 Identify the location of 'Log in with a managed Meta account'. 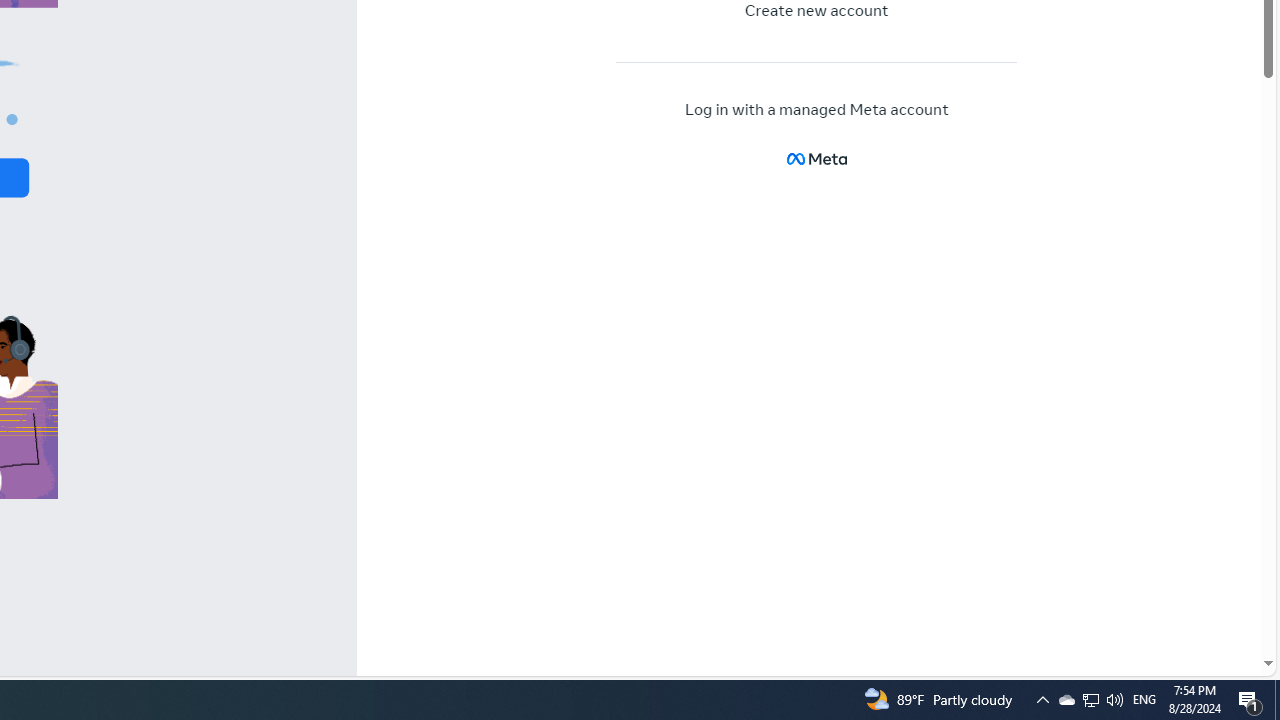
(817, 110).